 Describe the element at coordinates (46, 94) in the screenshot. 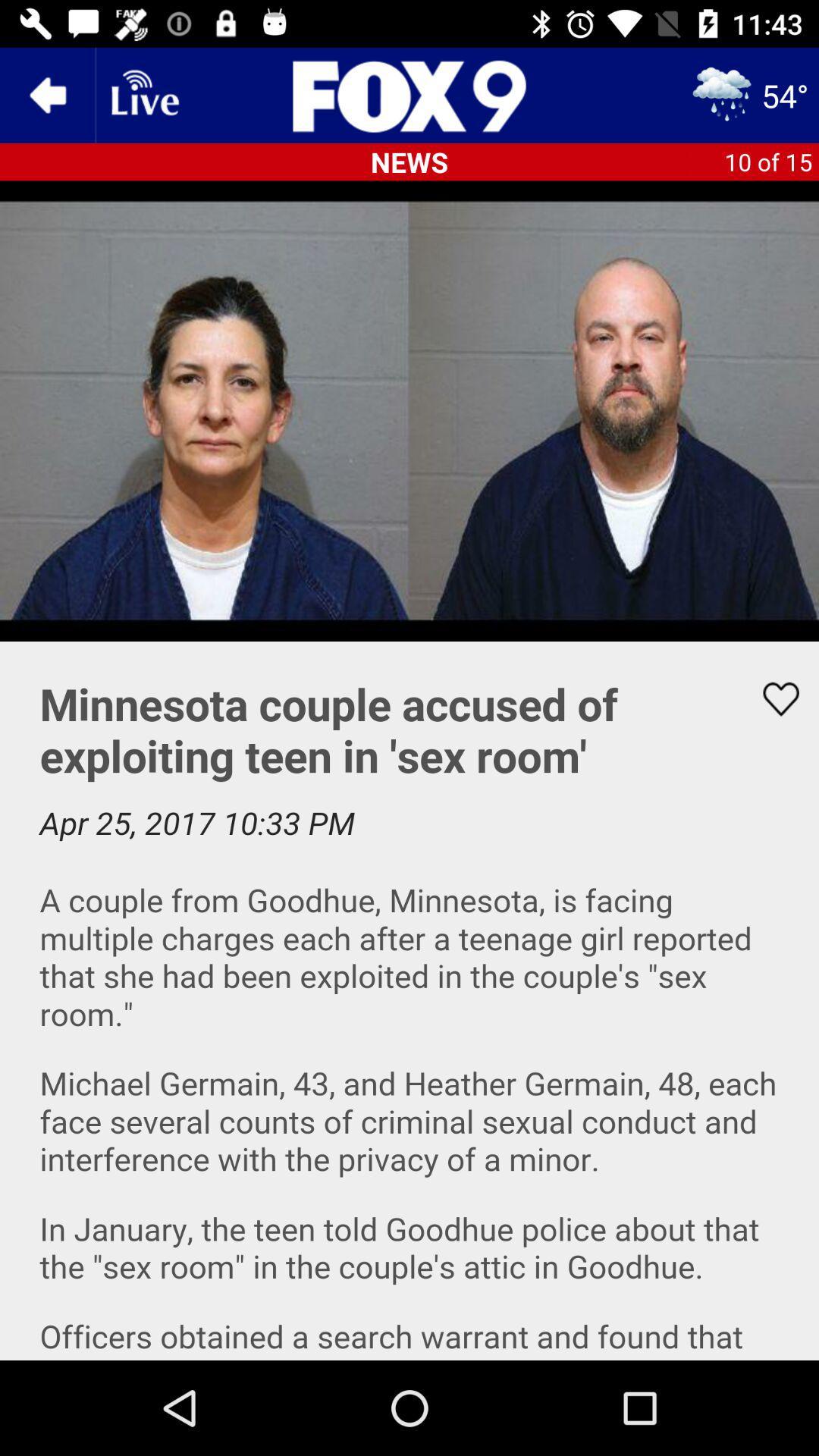

I see `go back` at that location.